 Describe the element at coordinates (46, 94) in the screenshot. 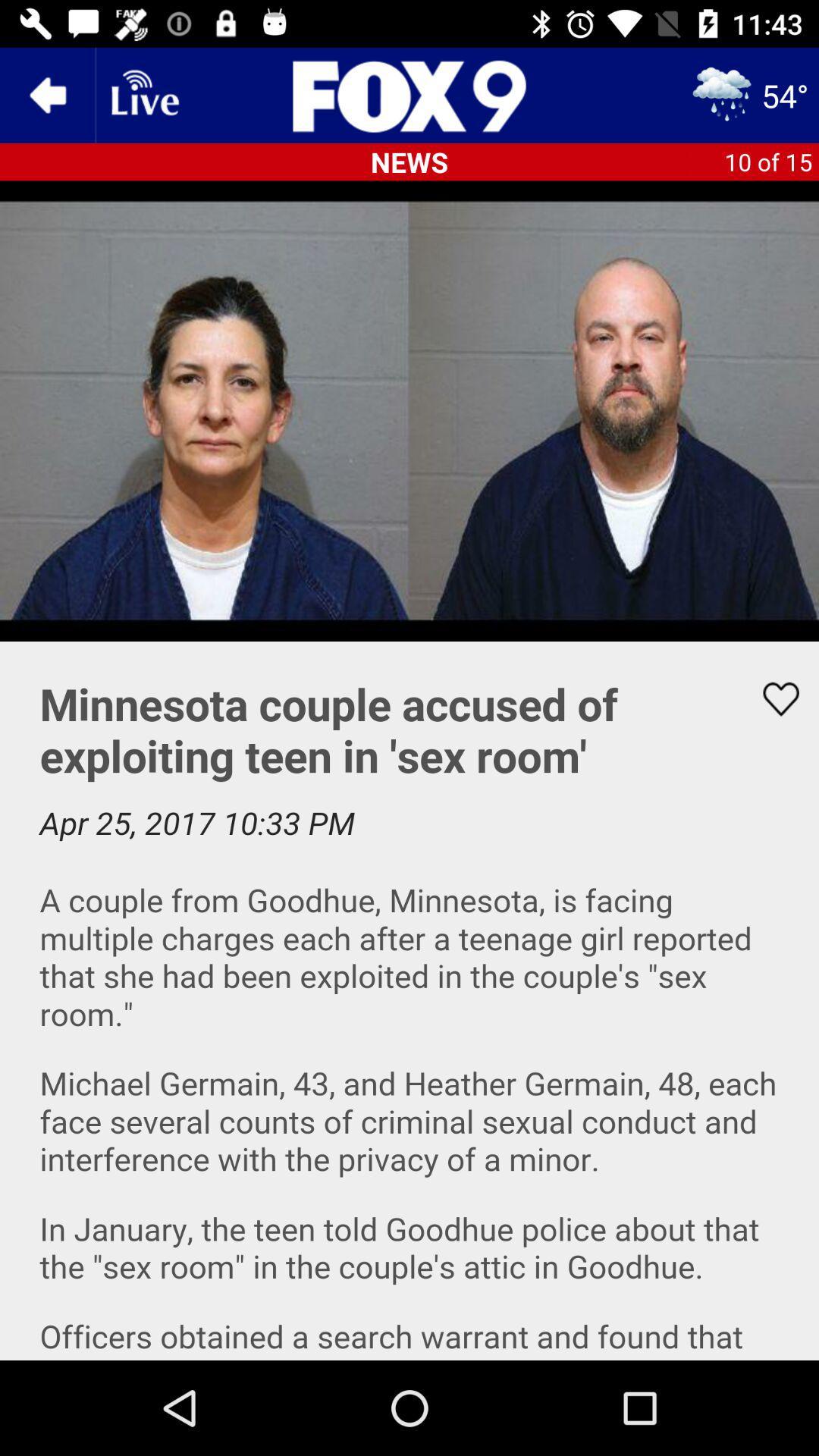

I see `go back` at that location.